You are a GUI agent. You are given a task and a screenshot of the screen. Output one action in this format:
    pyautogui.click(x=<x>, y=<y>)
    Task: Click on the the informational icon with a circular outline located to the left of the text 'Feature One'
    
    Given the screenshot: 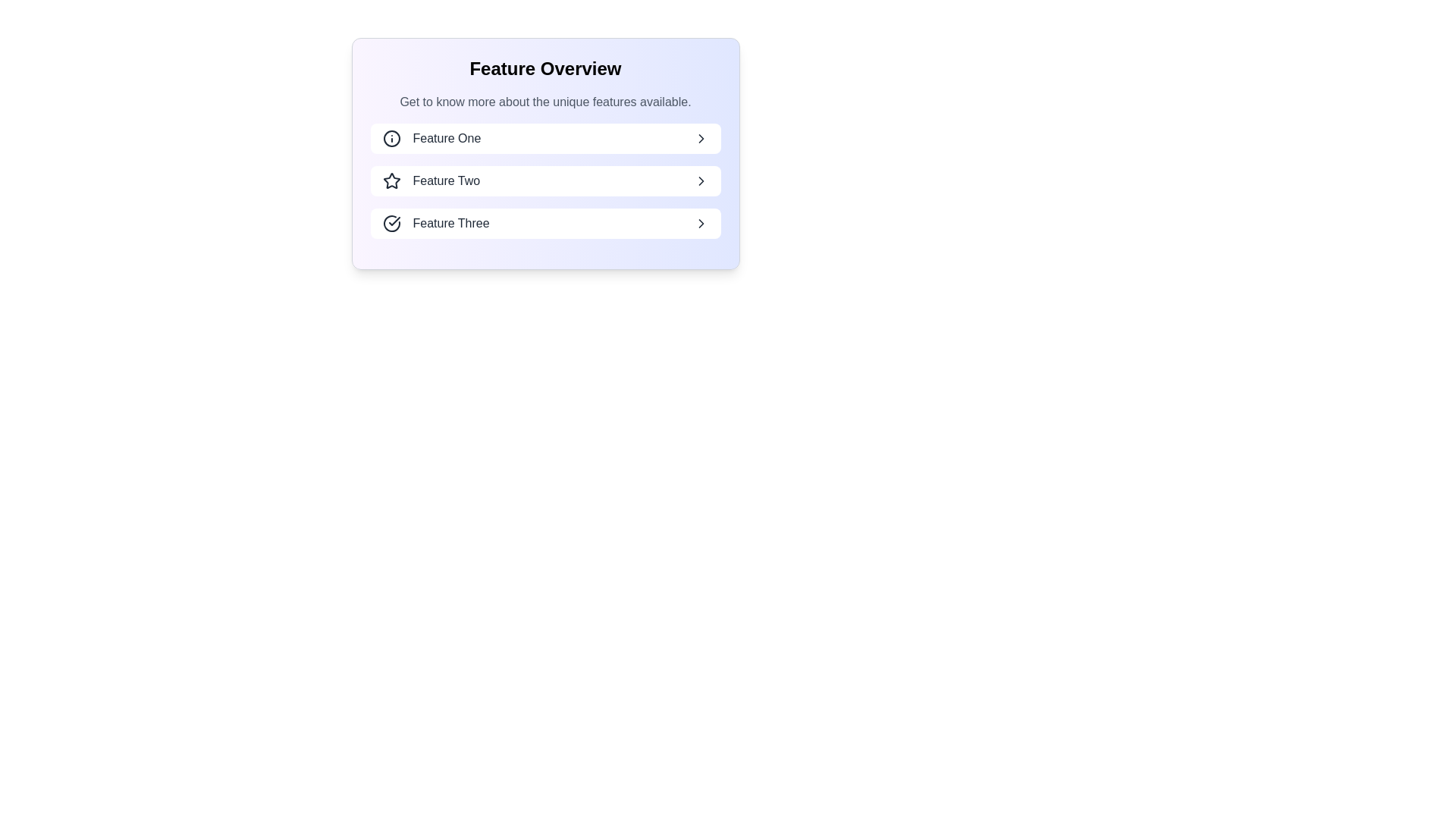 What is the action you would take?
    pyautogui.click(x=391, y=138)
    